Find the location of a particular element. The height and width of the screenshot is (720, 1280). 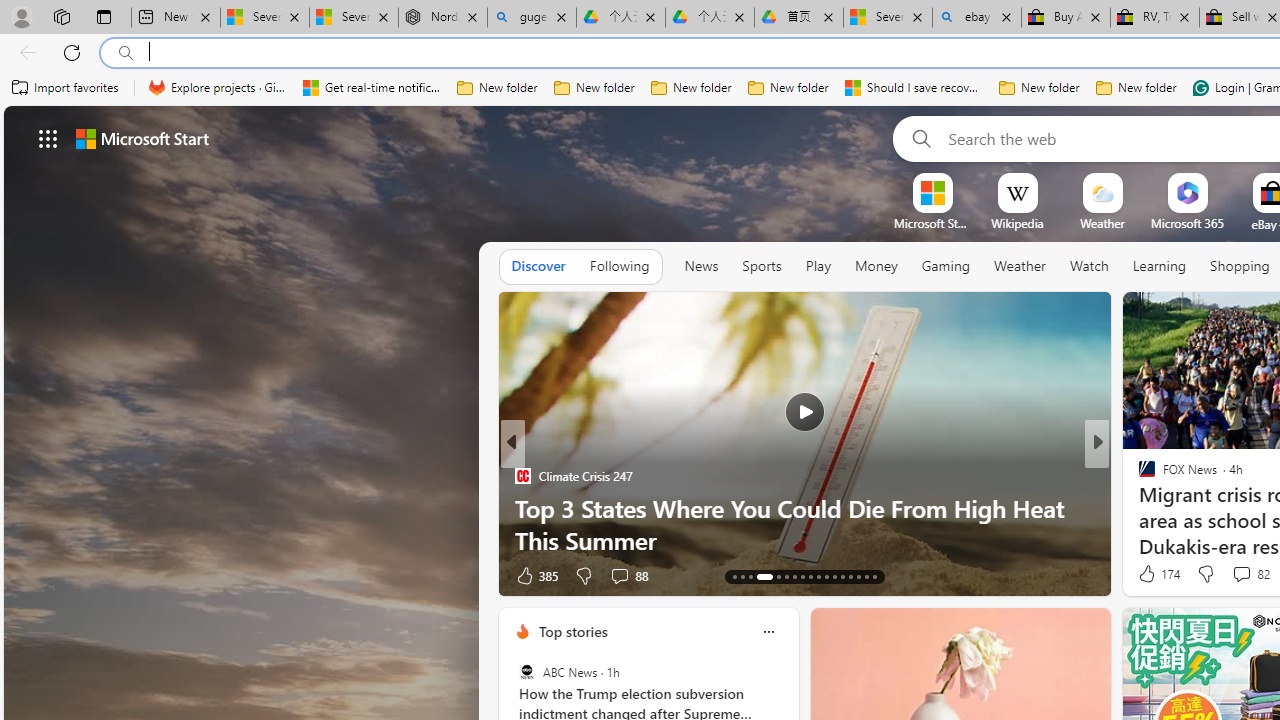

'AutomationID: tab-25' is located at coordinates (842, 577).